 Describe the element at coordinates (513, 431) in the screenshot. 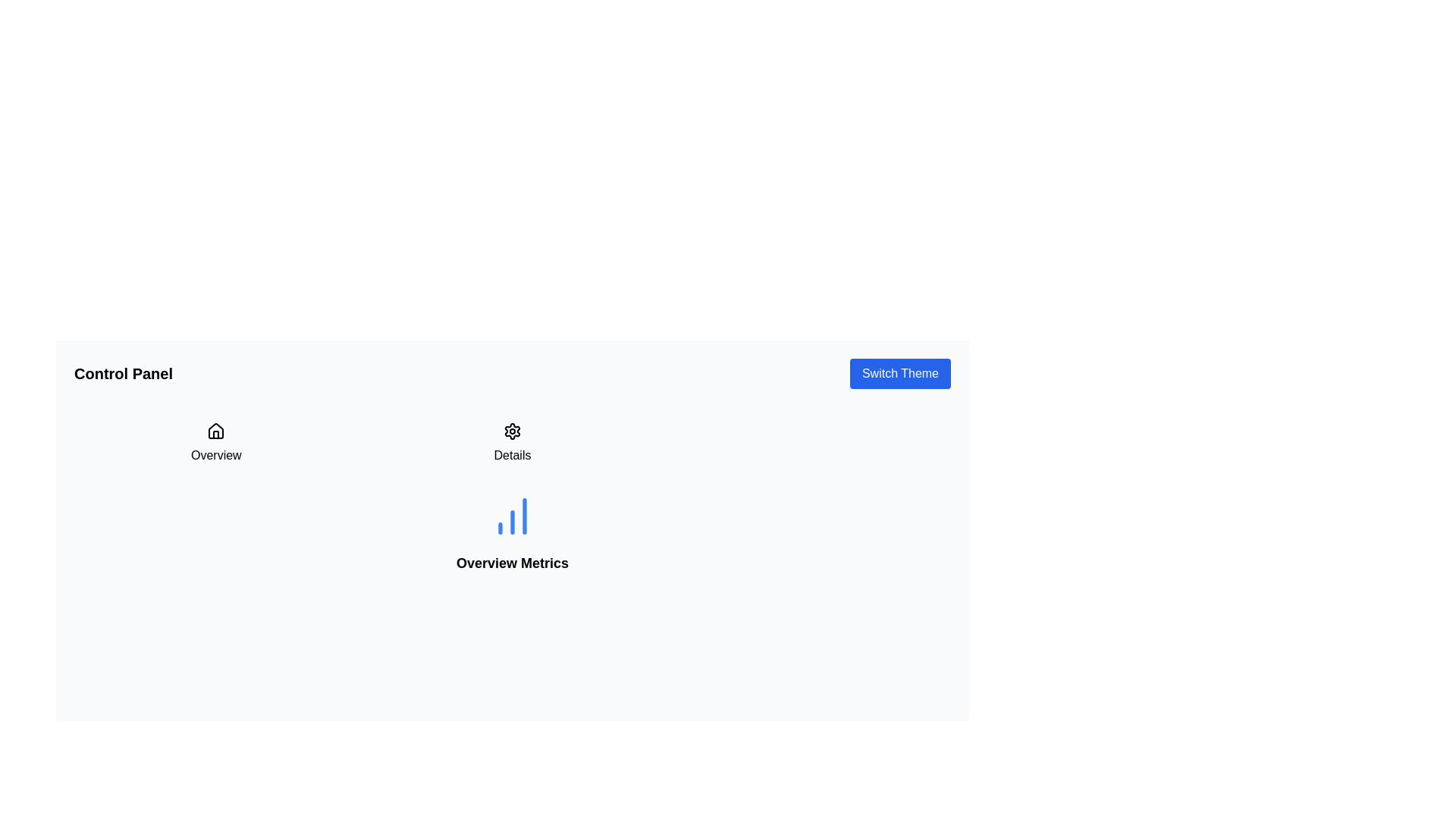

I see `the settings icon, which is a gear-shaped icon with a clear outline, positioned centrally above the 'Details' label on the control panel` at that location.